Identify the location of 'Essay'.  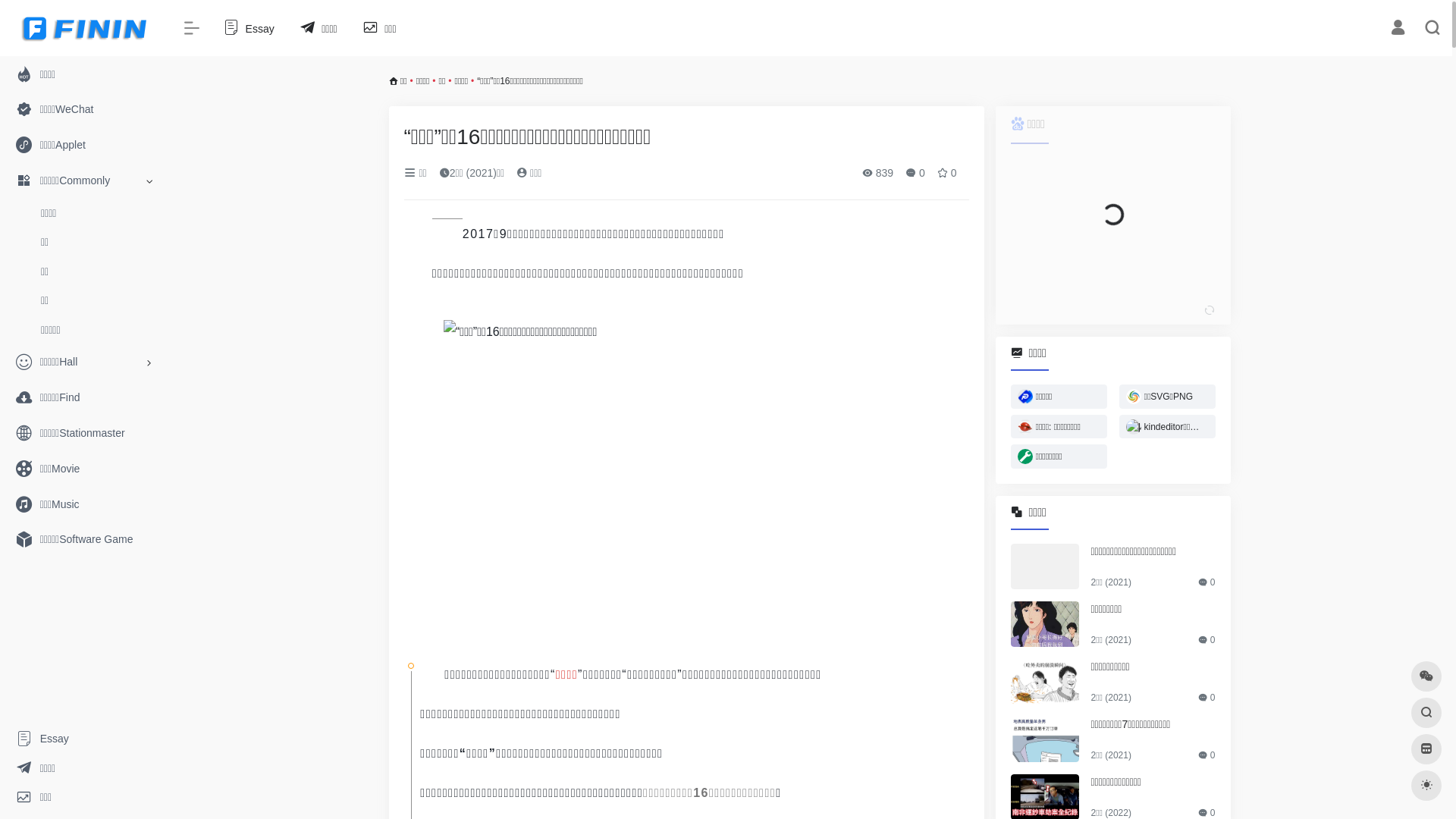
(83, 738).